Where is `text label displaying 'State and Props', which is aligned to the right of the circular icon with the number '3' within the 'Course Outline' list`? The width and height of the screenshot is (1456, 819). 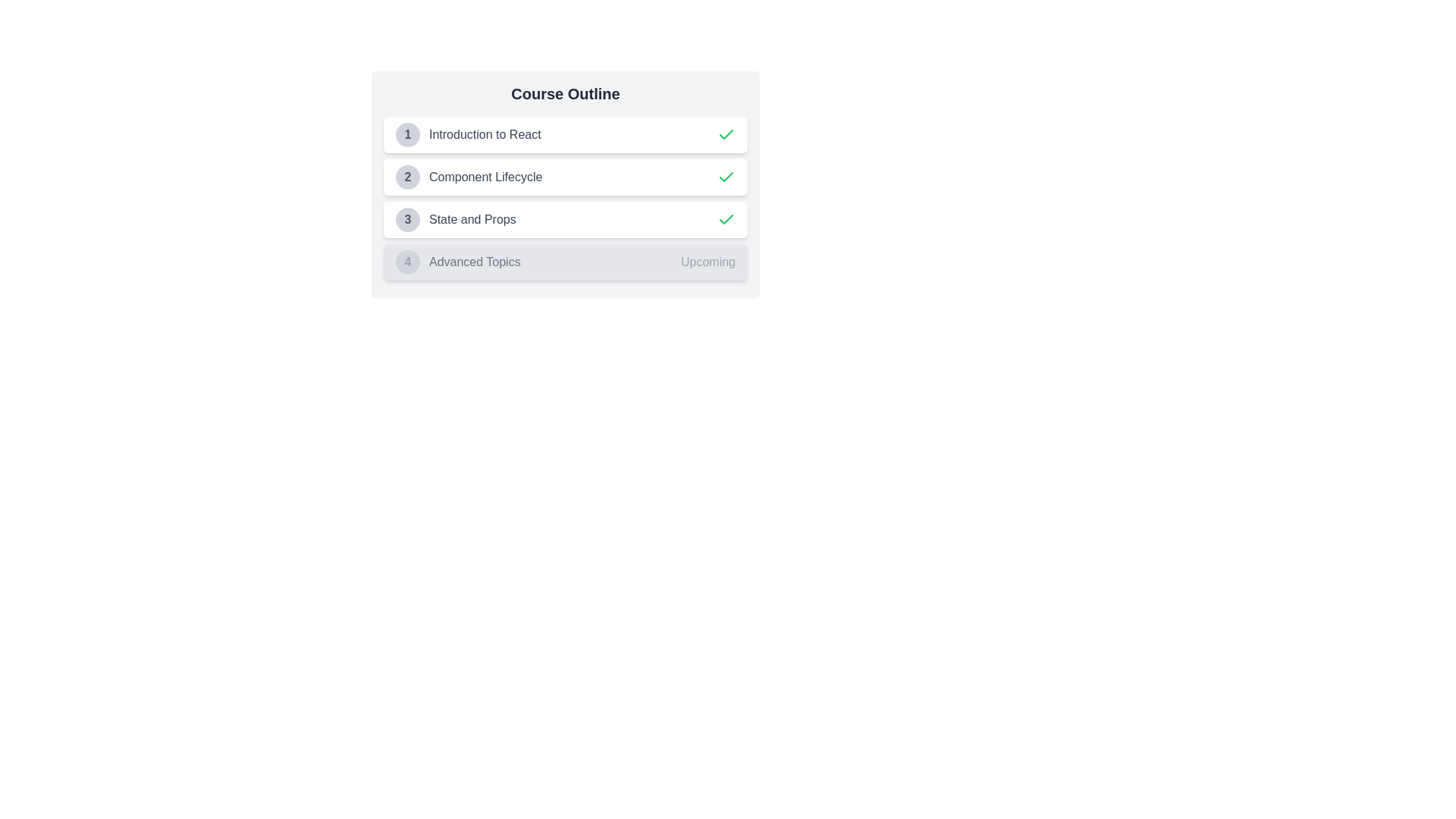 text label displaying 'State and Props', which is aligned to the right of the circular icon with the number '3' within the 'Course Outline' list is located at coordinates (472, 219).